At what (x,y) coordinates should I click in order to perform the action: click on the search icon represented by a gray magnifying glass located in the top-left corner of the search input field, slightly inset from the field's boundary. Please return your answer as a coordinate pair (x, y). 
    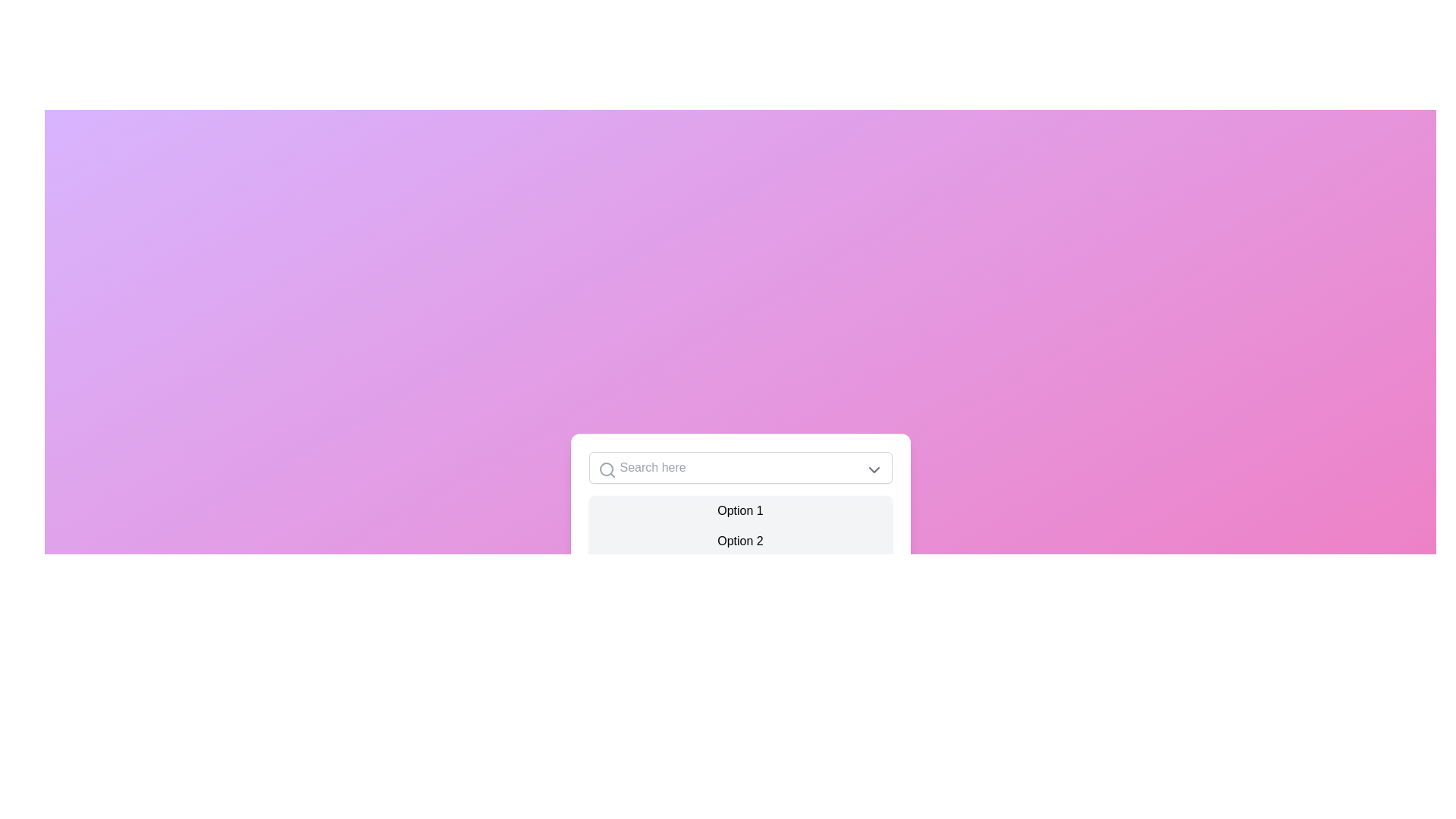
    Looking at the image, I should click on (607, 469).